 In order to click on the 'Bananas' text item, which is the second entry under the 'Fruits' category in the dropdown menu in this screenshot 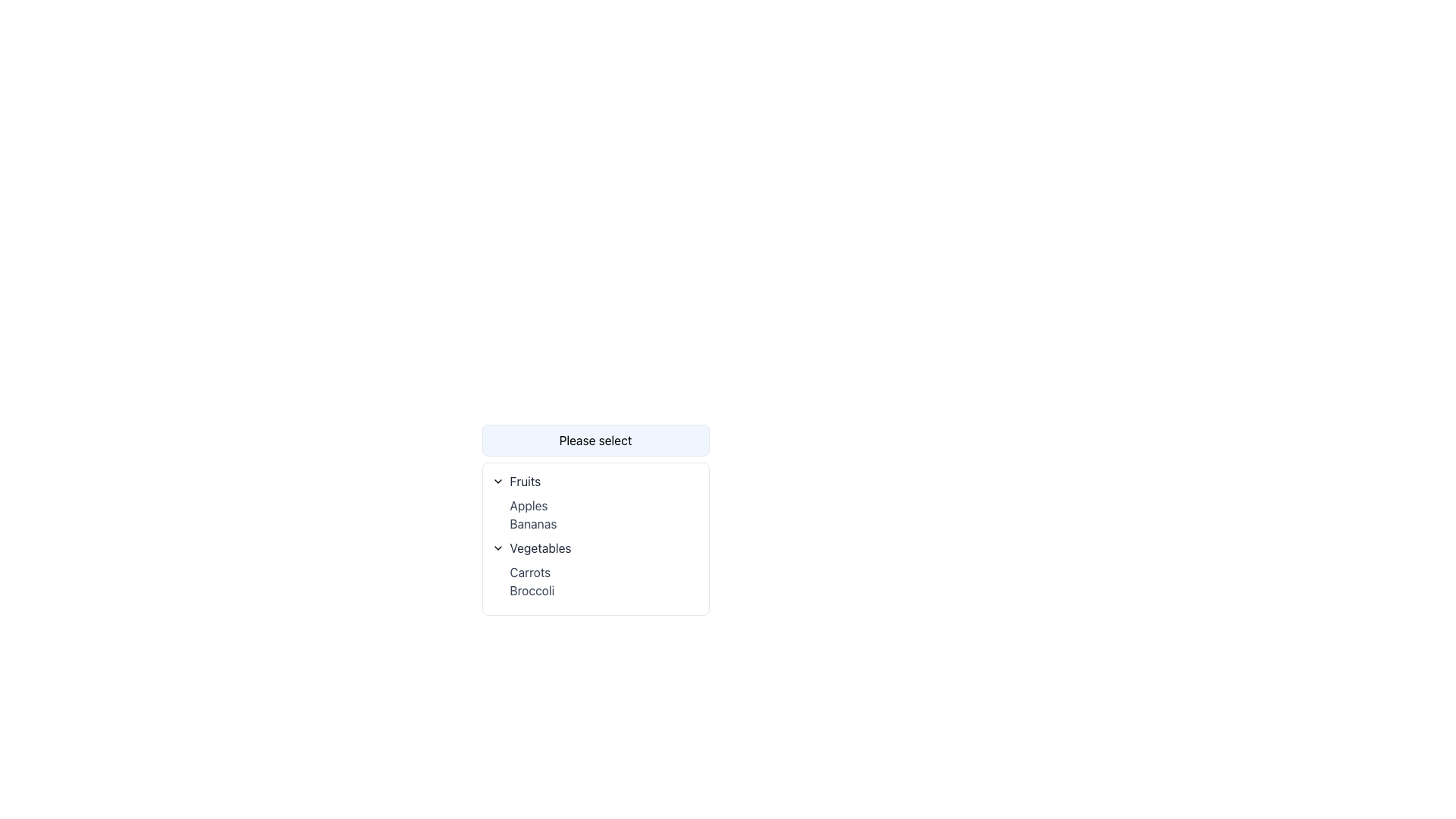, I will do `click(533, 522)`.